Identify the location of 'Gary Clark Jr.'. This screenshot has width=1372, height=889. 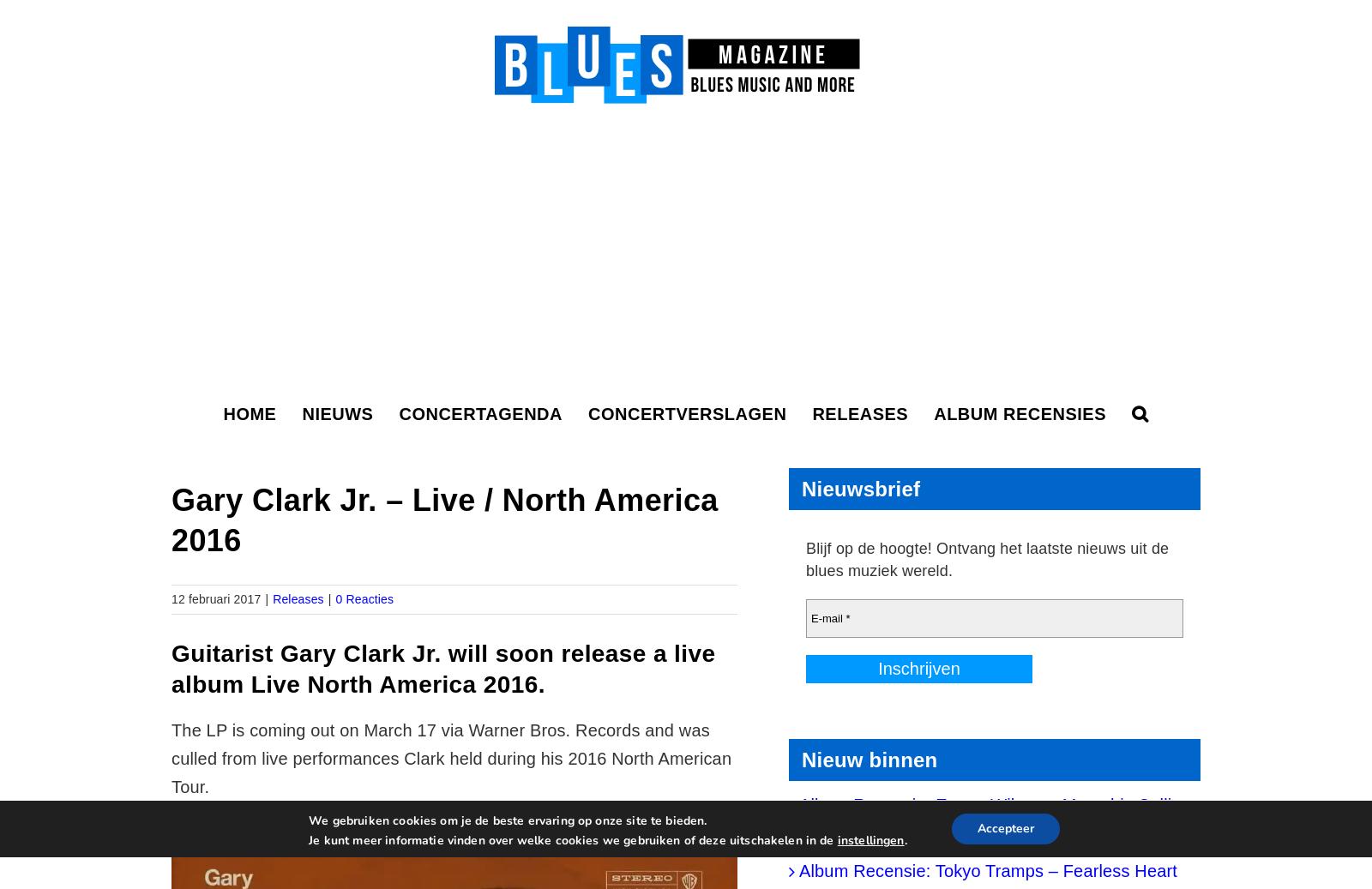
(359, 652).